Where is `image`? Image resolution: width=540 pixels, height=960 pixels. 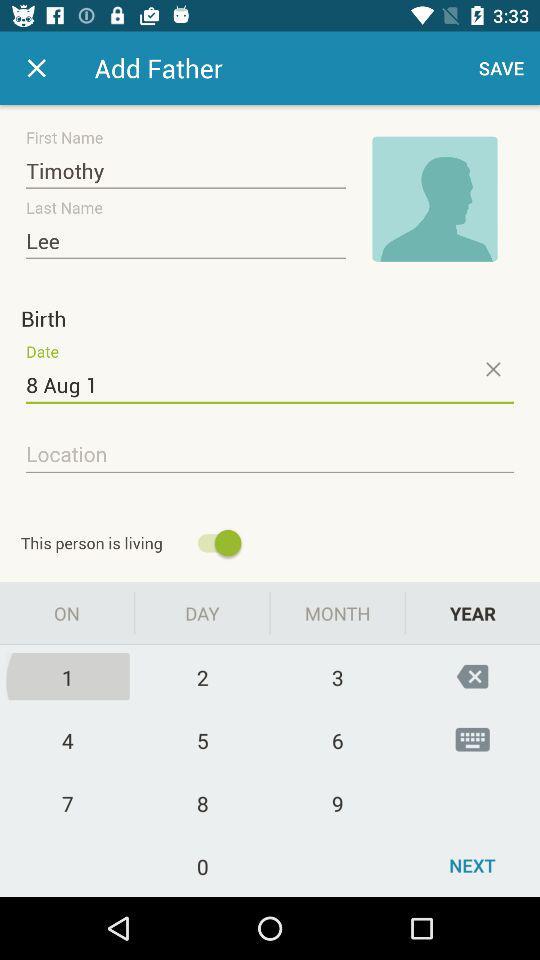 image is located at coordinates (434, 199).